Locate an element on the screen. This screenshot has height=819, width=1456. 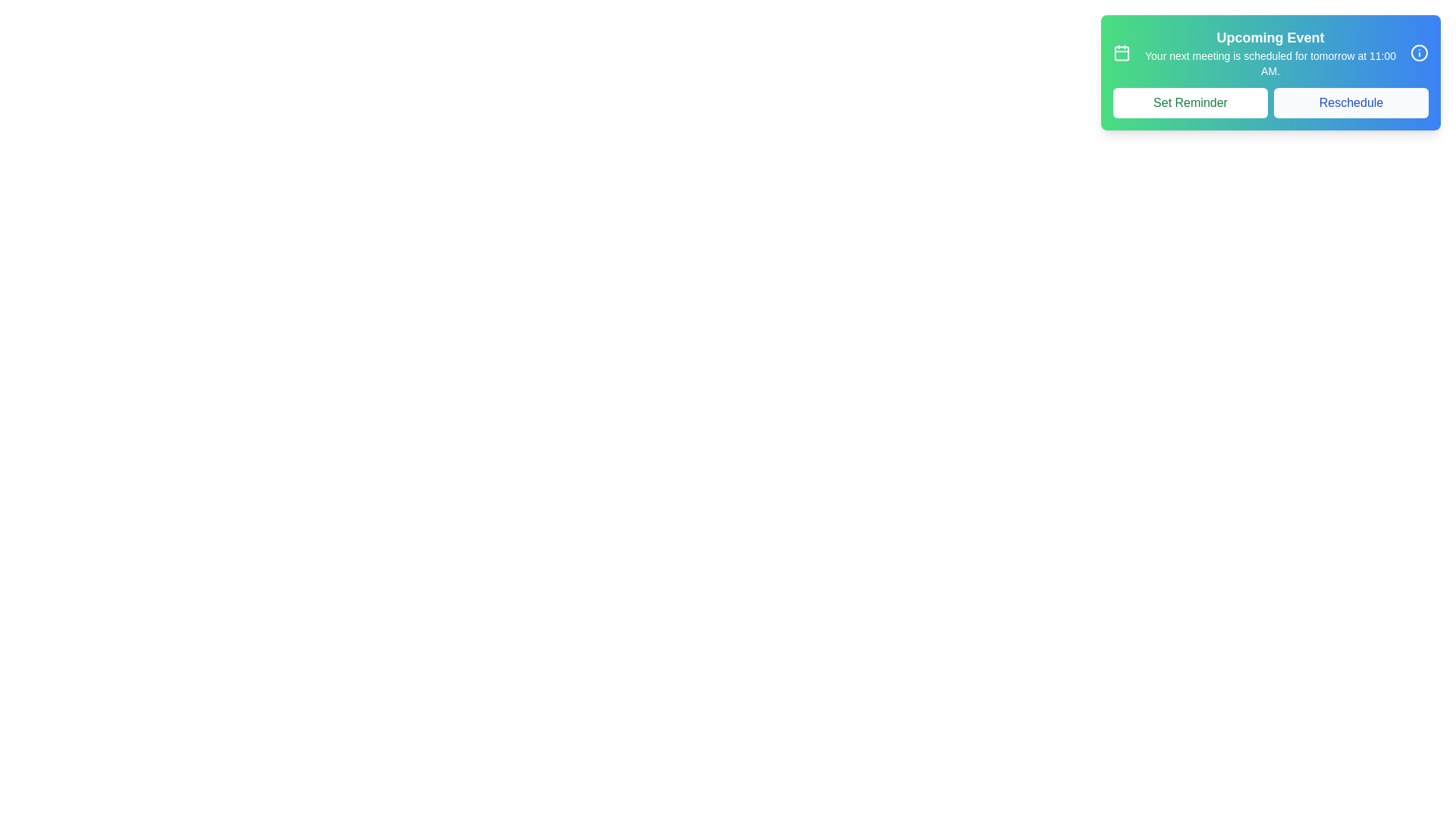
the 'Set Reminder' button to set a reminder for the event is located at coordinates (1189, 102).